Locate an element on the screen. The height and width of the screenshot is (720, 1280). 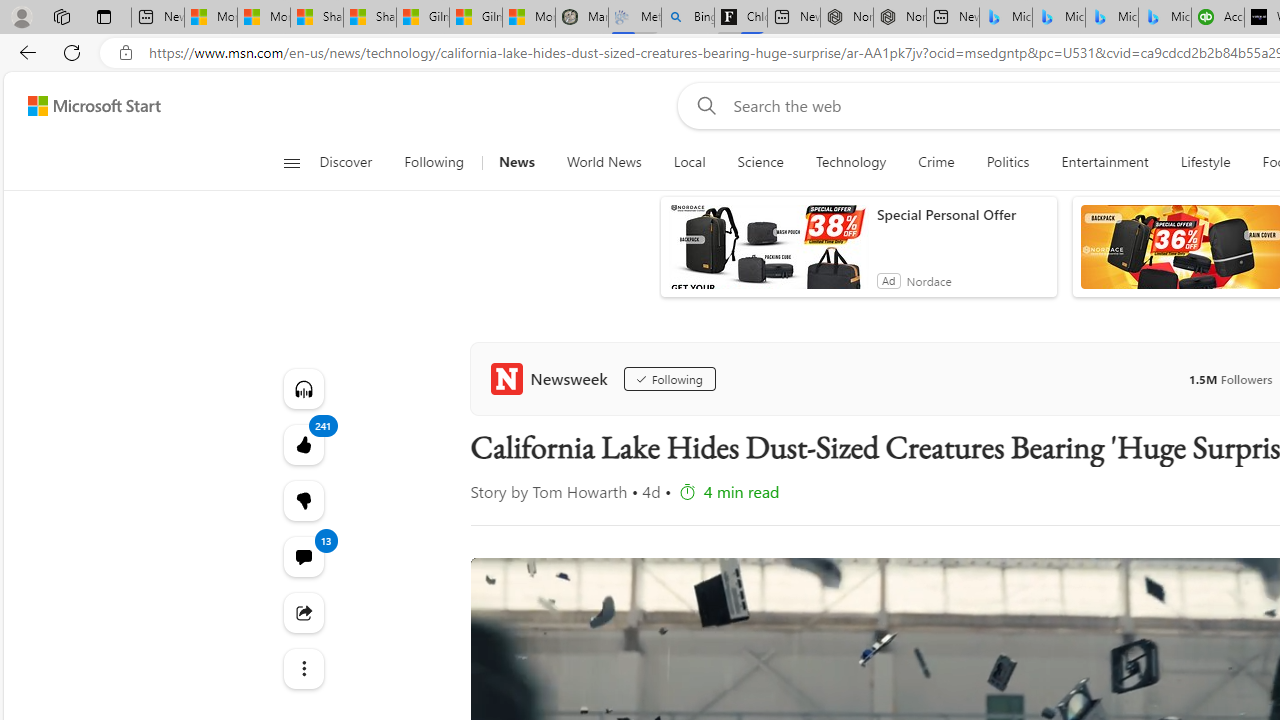
'Skip to content' is located at coordinates (86, 105).